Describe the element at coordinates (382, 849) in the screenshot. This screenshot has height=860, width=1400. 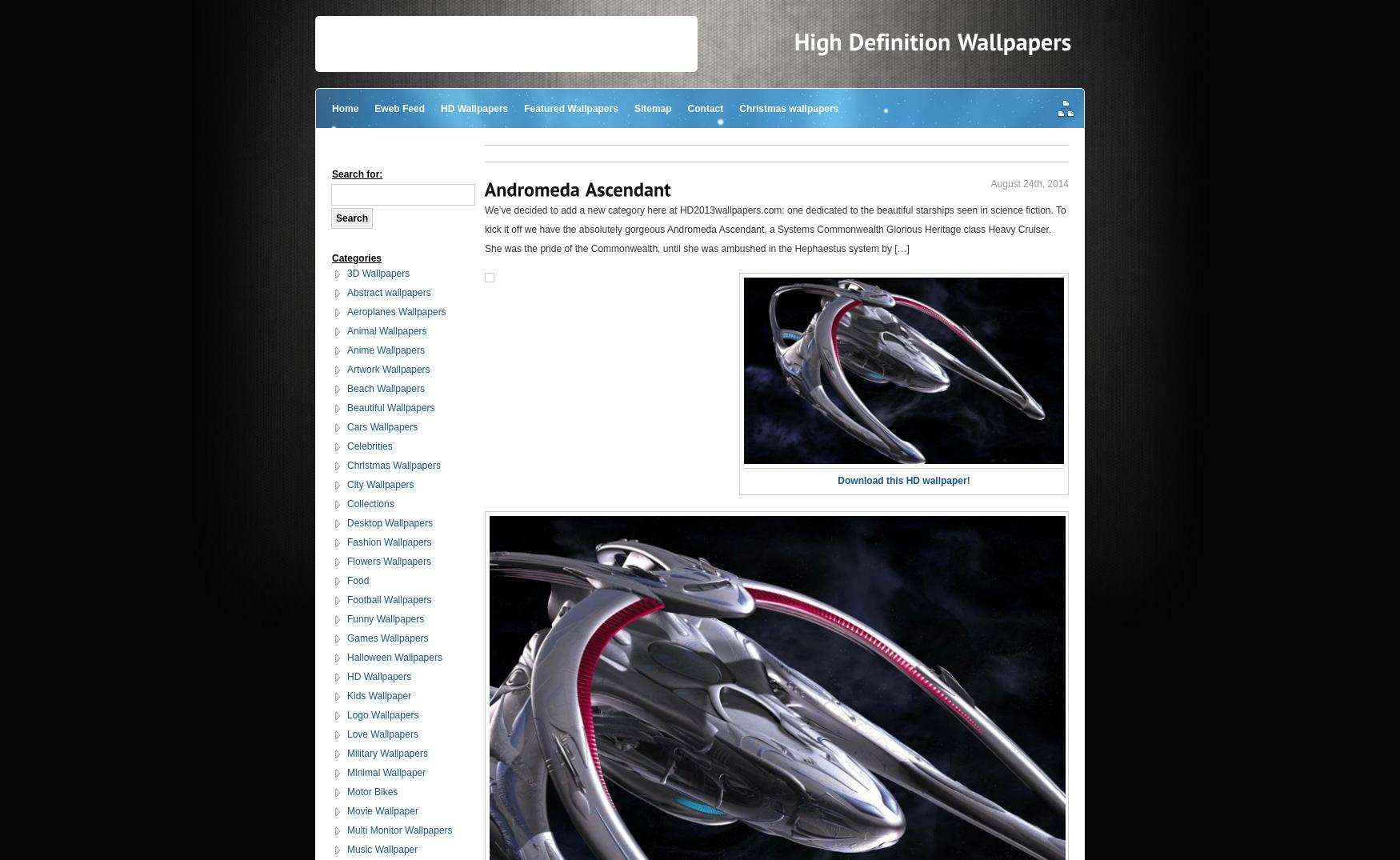
I see `'Music Wallpaper'` at that location.